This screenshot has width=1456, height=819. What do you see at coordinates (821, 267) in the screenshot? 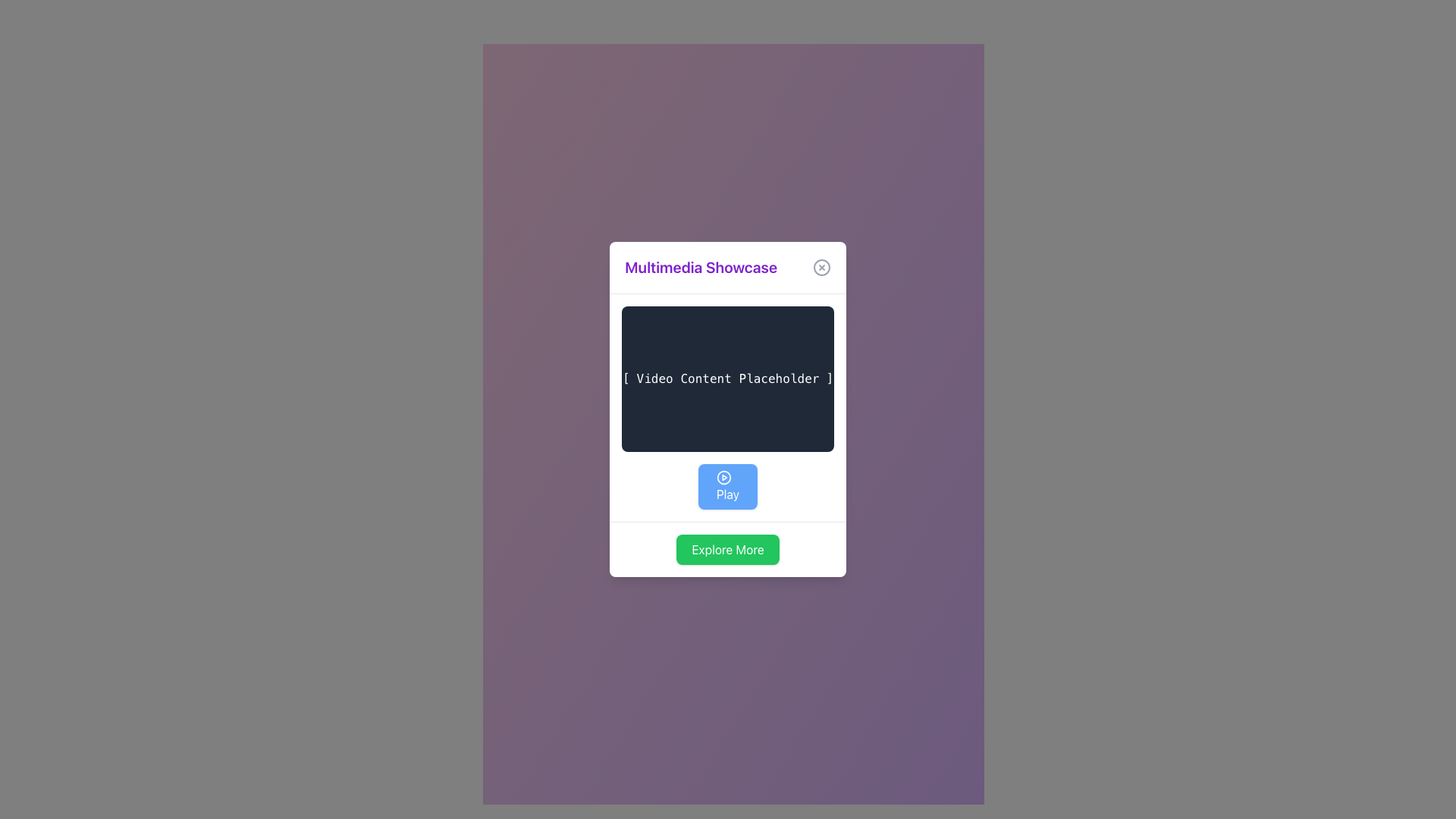
I see `the circular close button located at the top-right corner of the header section of the 'Multimedia Showcase' card` at bounding box center [821, 267].